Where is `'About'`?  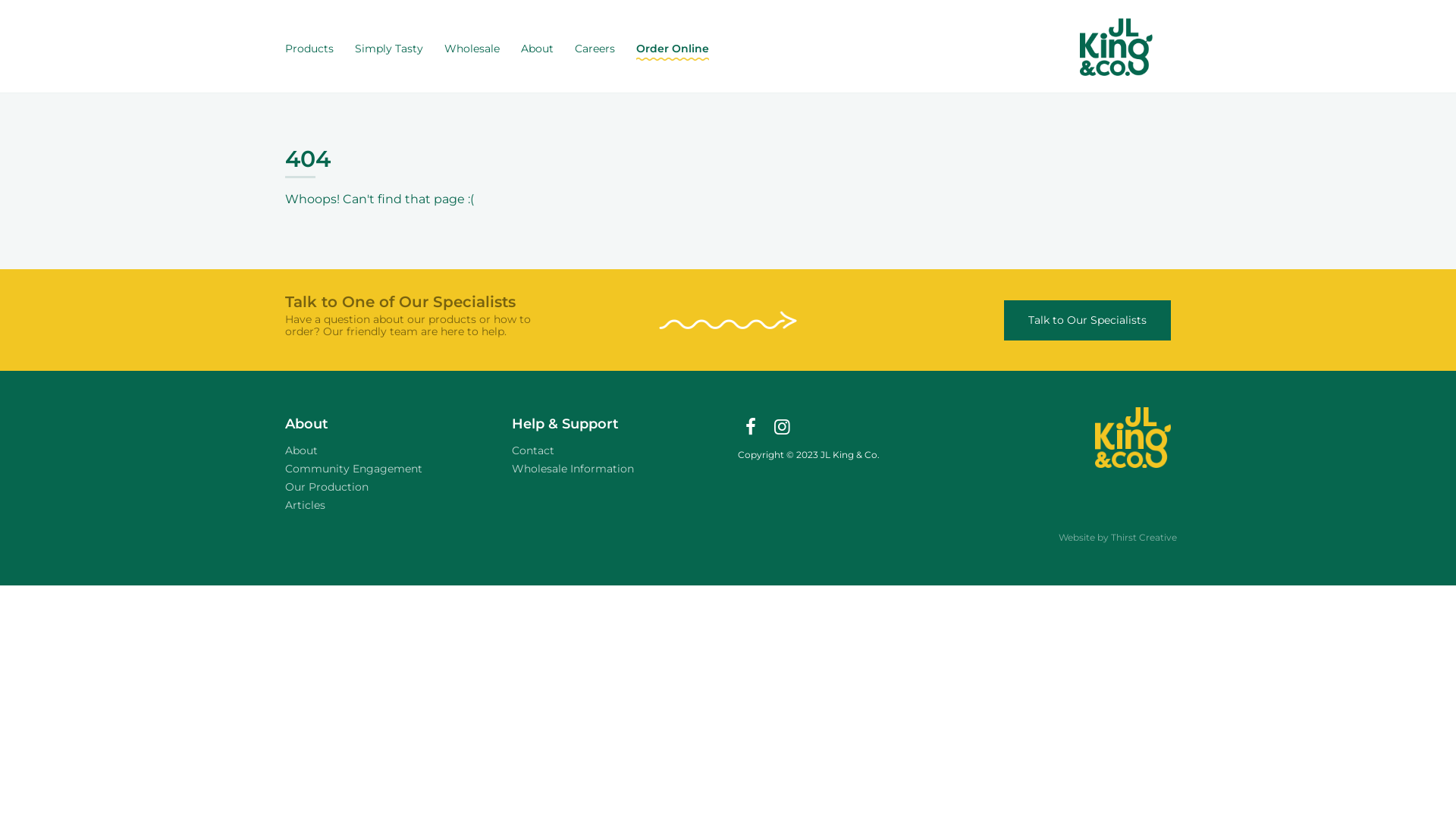
'About' is located at coordinates (520, 48).